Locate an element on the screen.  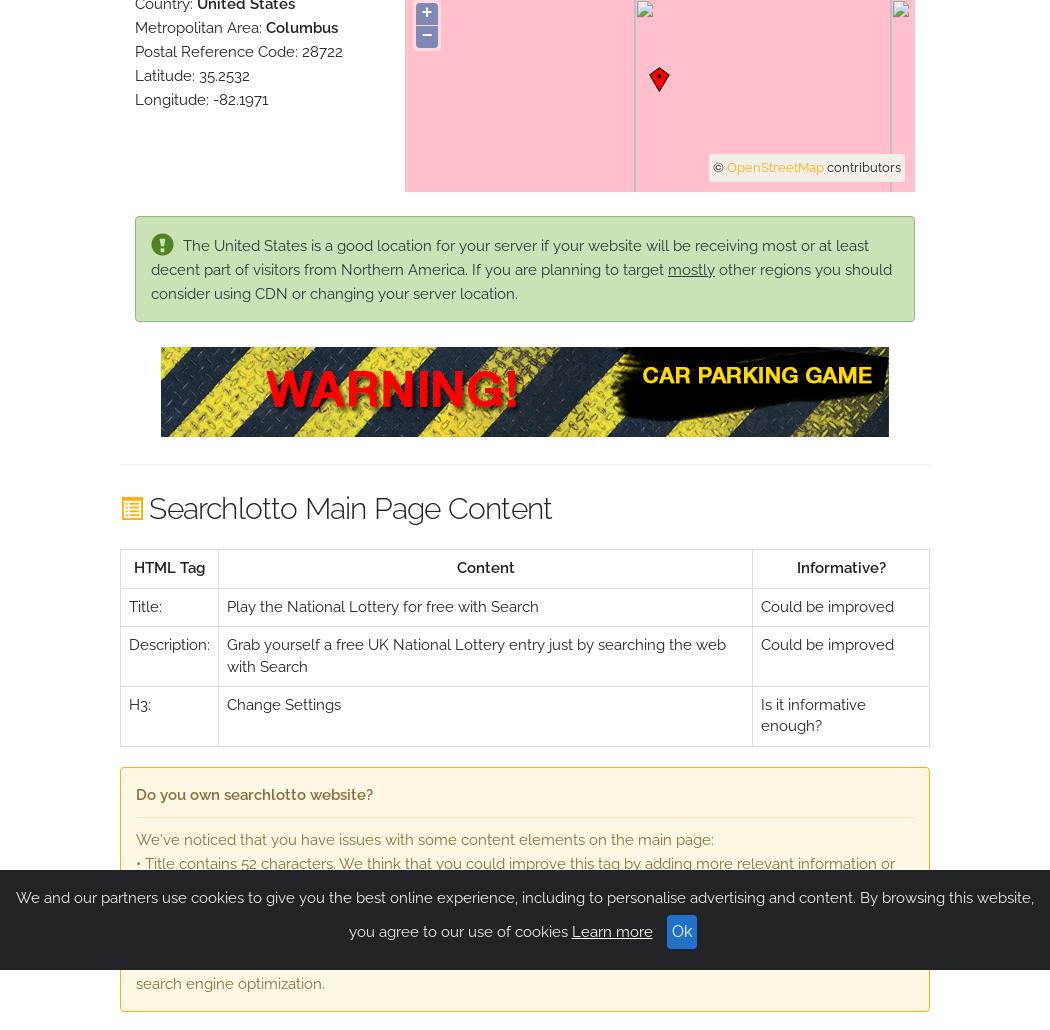
'Title:' is located at coordinates (144, 604).